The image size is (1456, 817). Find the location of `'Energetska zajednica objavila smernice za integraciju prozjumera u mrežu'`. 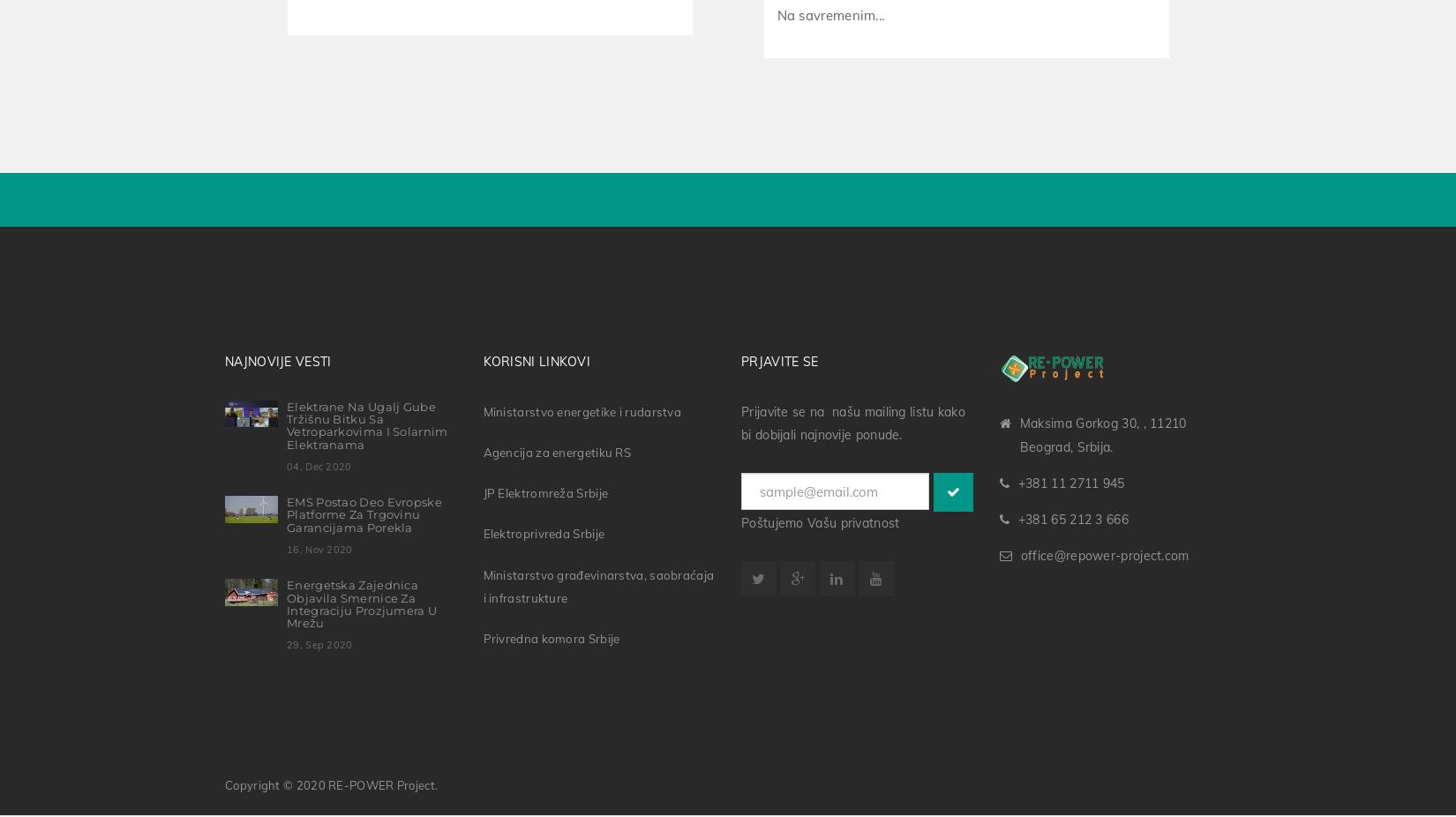

'Energetska zajednica objavila smernice za integraciju prozjumera u mrežu' is located at coordinates (362, 599).